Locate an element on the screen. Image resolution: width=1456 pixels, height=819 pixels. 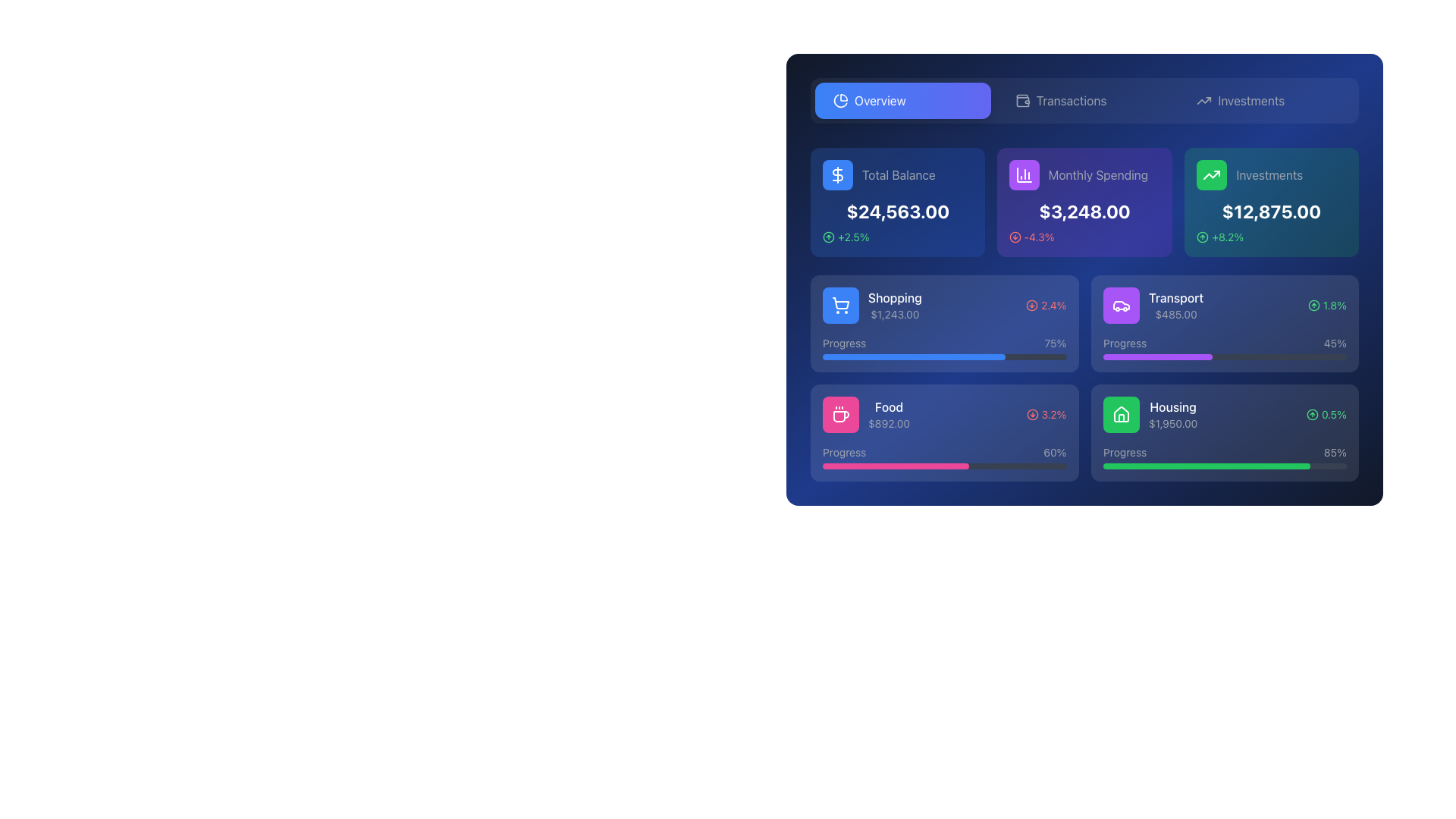
the upward circular arrow icon, which is styled with thin lines and indicates a positive trend, located to the left of the '1.8%' green percentage value is located at coordinates (1313, 305).